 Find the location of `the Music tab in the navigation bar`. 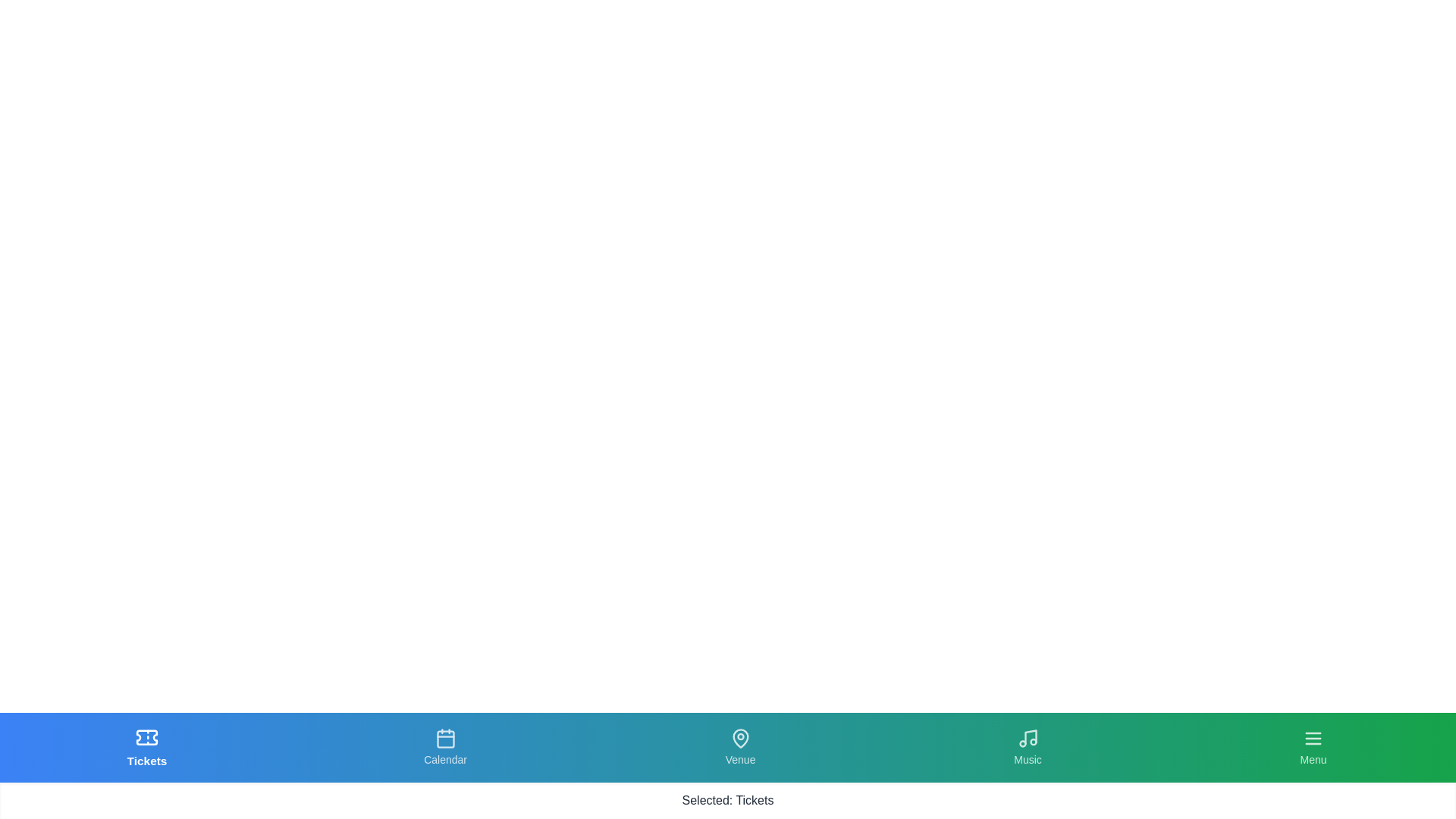

the Music tab in the navigation bar is located at coordinates (1027, 747).